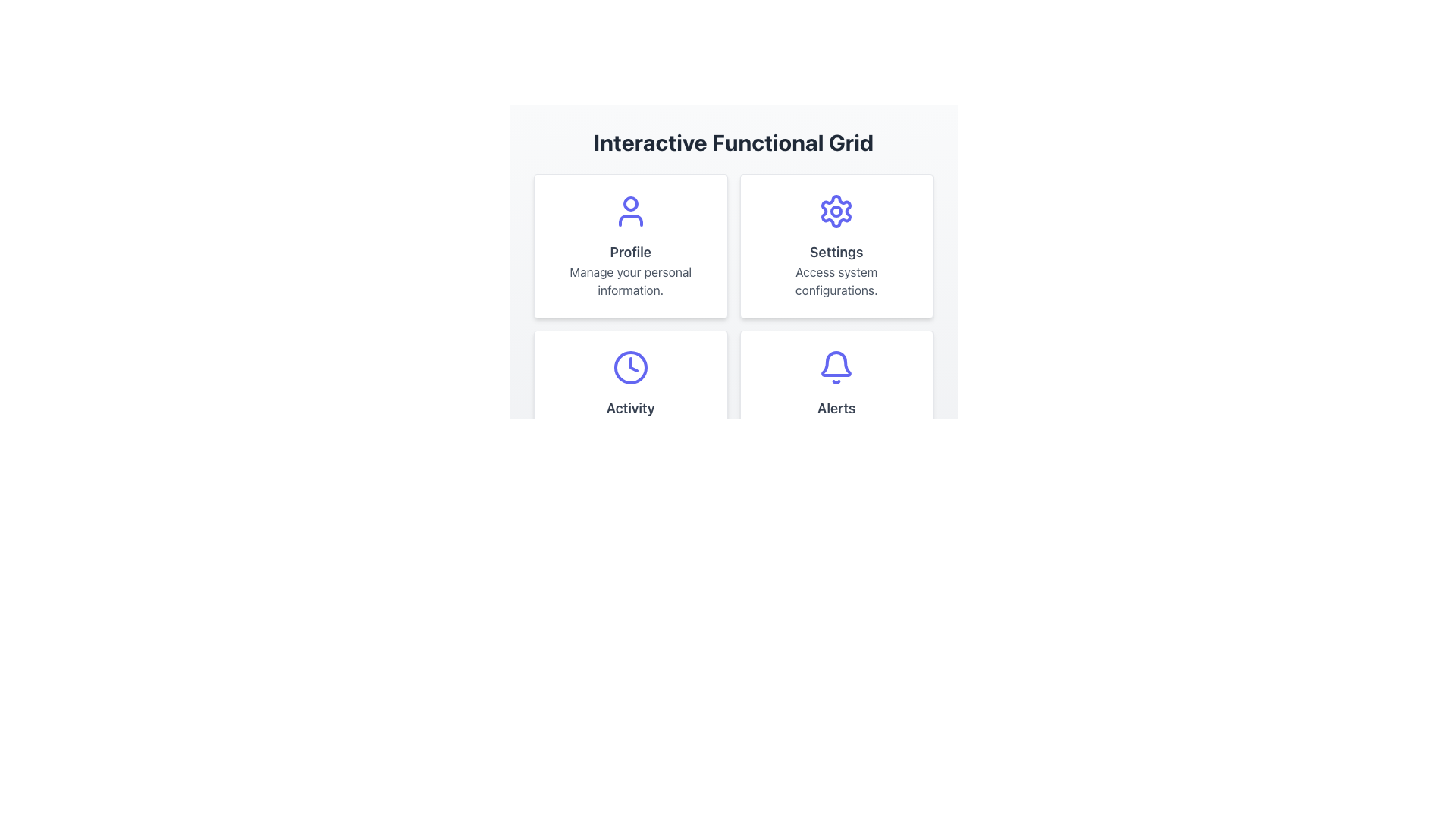 The width and height of the screenshot is (1456, 819). Describe the element at coordinates (836, 245) in the screenshot. I see `the interactive clickable card located in the second column of the first row in the grid, which serves as a link` at that location.